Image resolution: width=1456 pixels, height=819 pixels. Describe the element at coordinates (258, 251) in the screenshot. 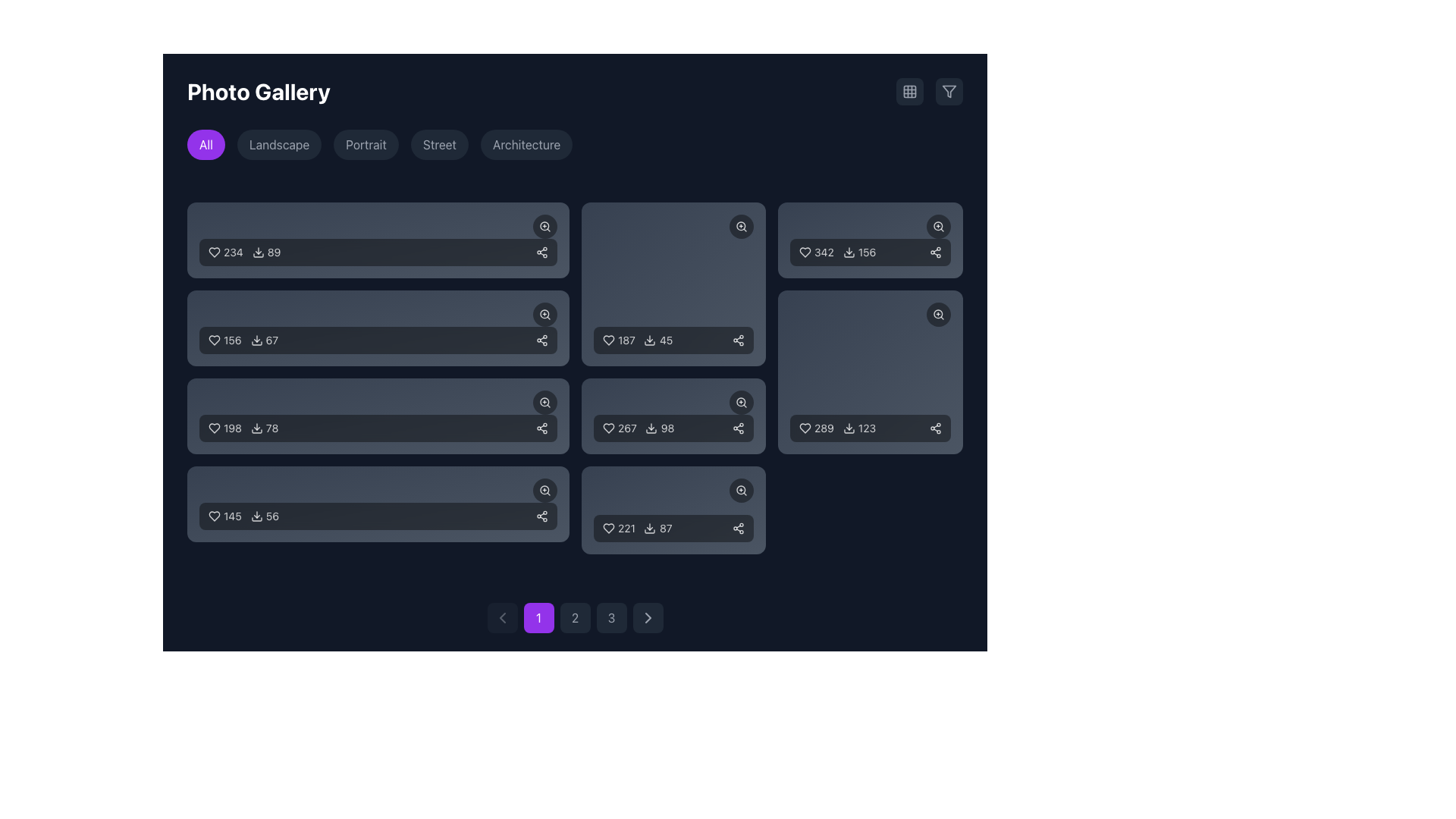

I see `the download icon representing the download action for the gallery item` at that location.